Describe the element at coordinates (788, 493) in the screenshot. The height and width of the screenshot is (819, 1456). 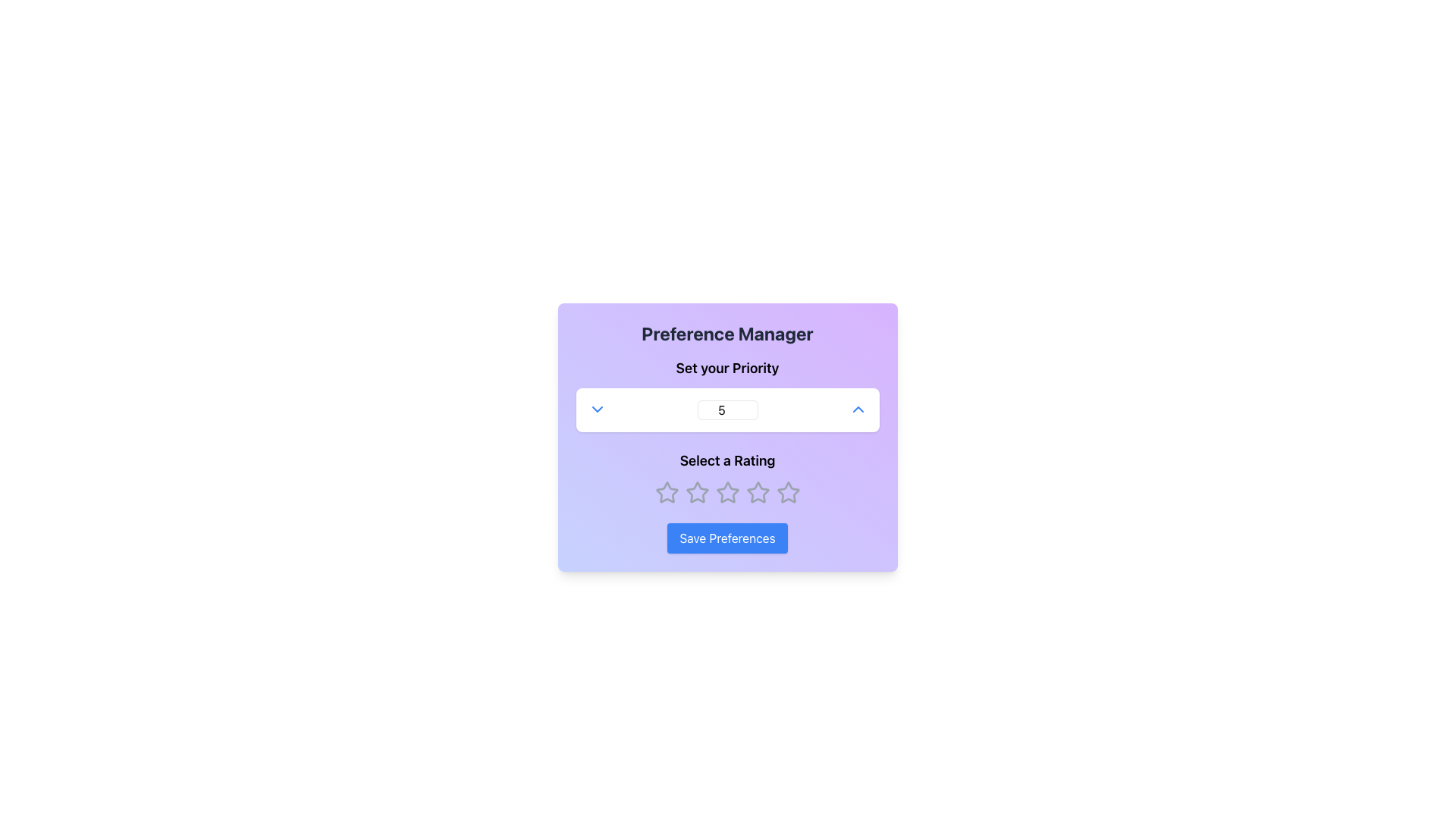
I see `the fifth star icon in the row of five stars under the 'Select a Rating' heading` at that location.